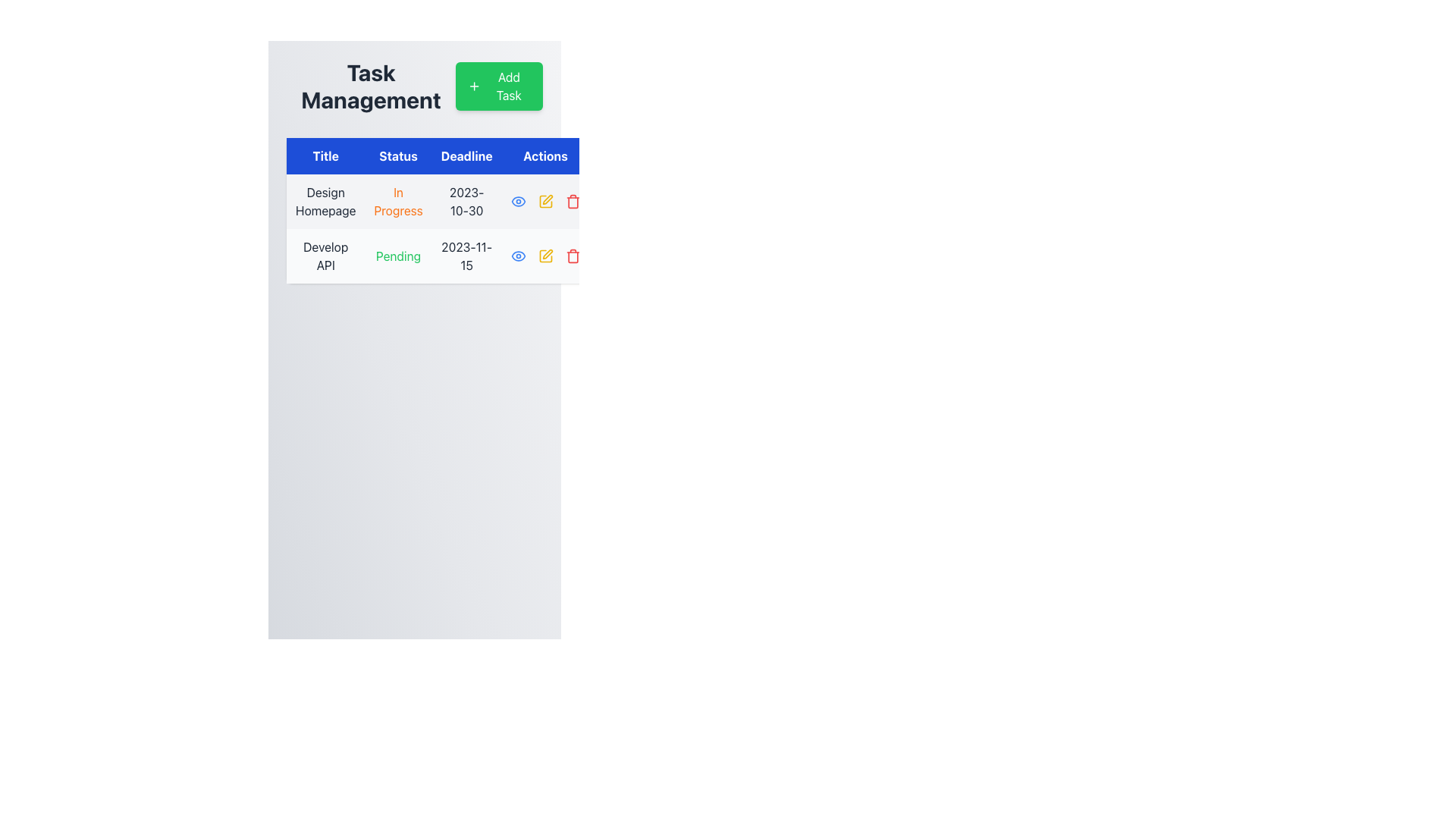 This screenshot has height=819, width=1456. I want to click on the group of buttons in the 'Actions' column of the 'Develop API' row, so click(545, 256).